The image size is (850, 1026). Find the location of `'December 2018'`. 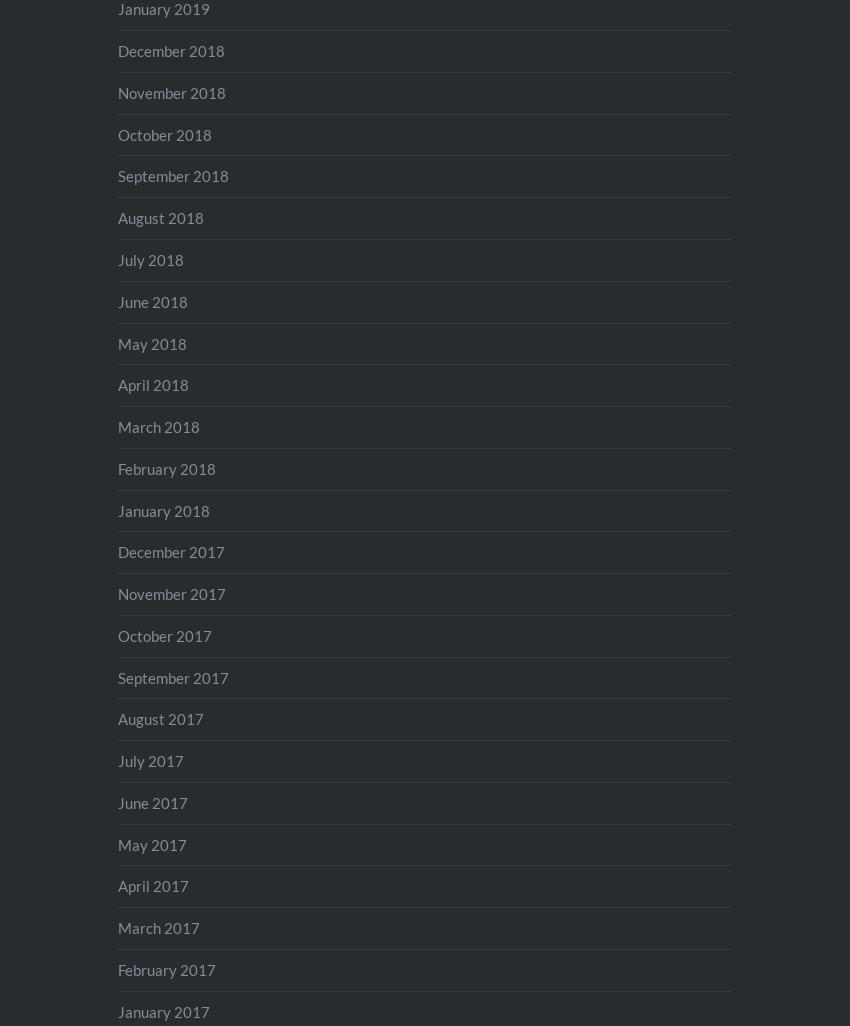

'December 2018' is located at coordinates (170, 50).